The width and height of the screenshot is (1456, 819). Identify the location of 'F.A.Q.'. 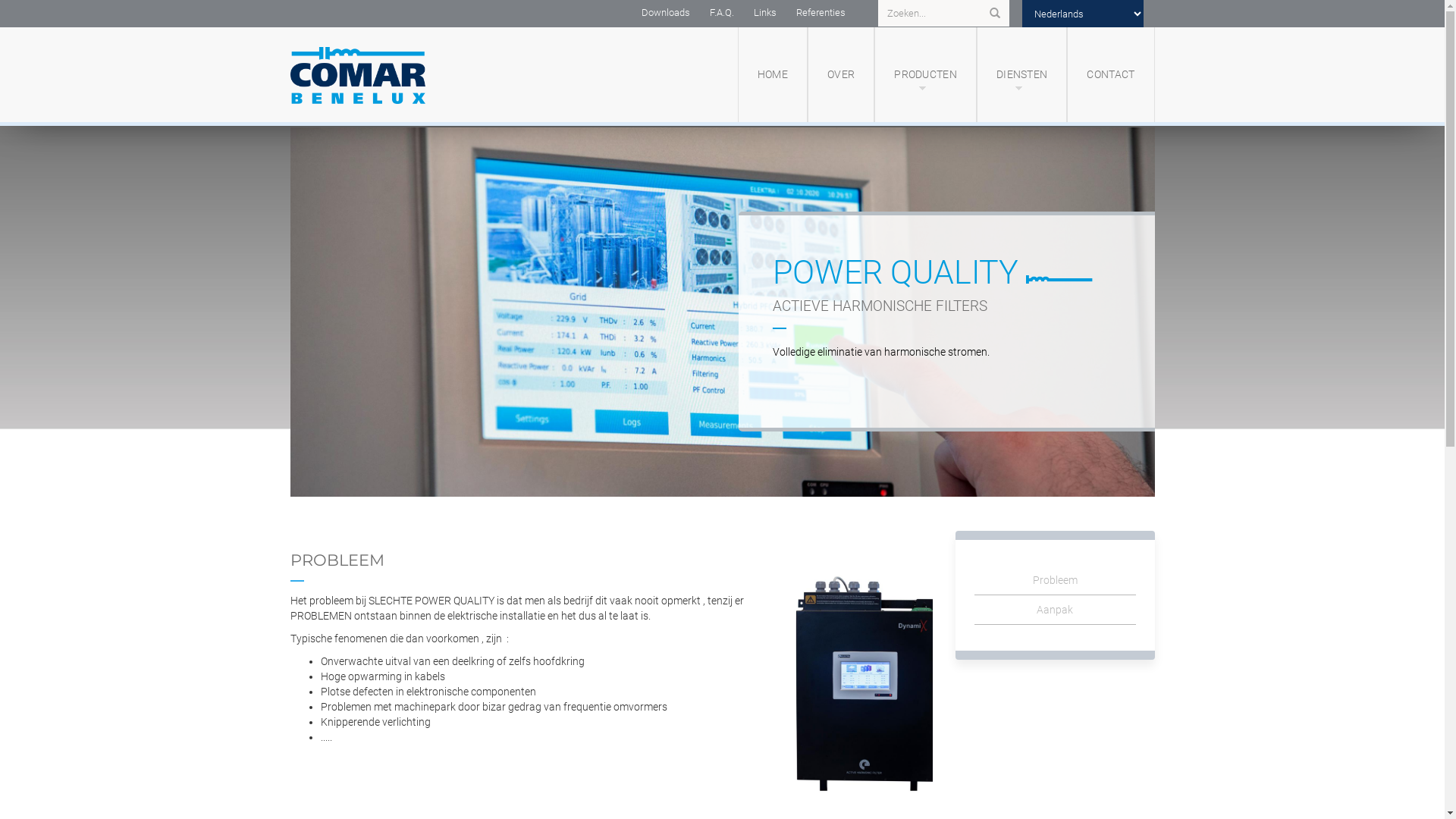
(720, 12).